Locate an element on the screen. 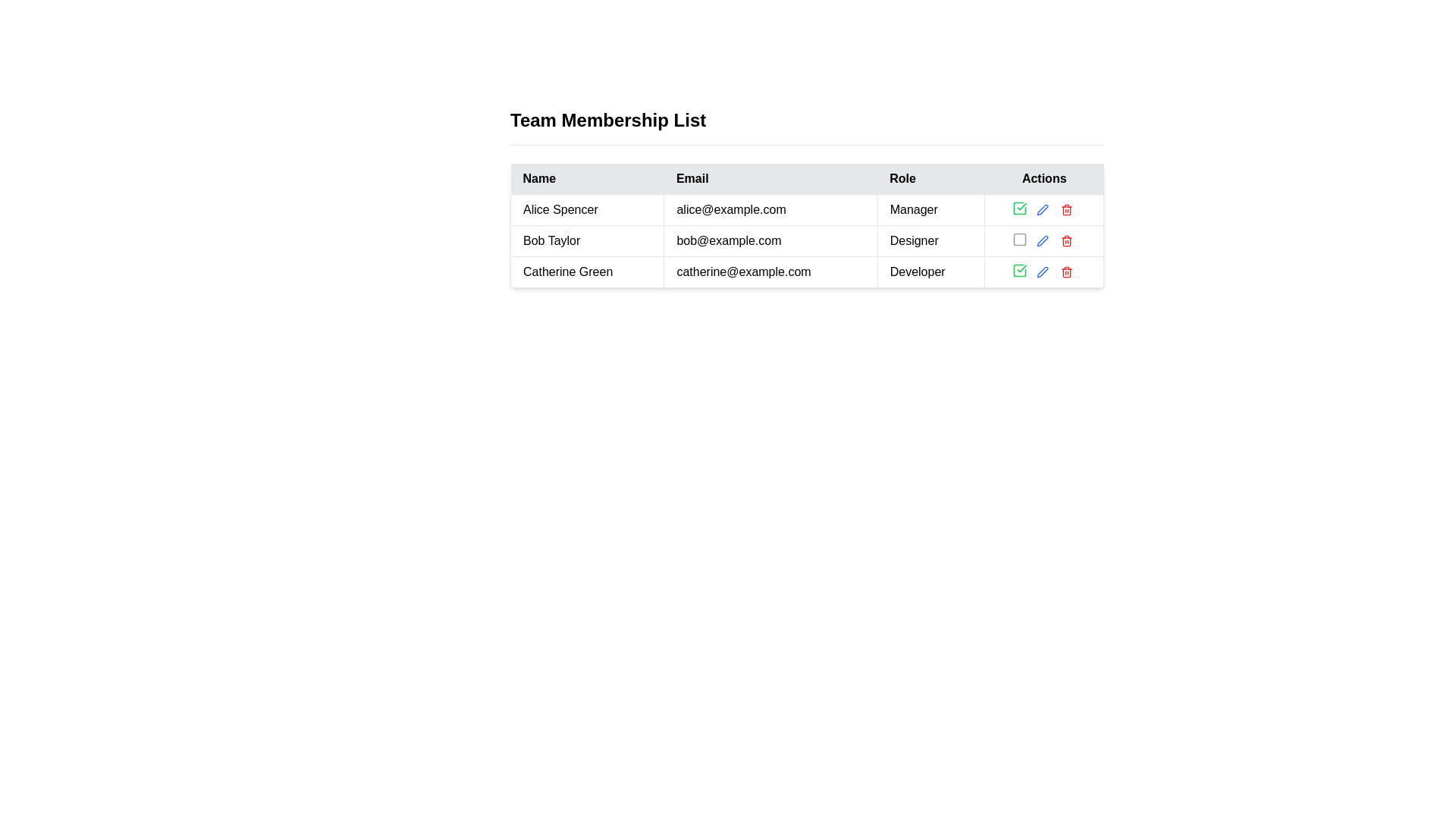 The height and width of the screenshot is (819, 1456). the Text Display element showing the email address 'bob@example.com', which is located in the second column of the second row in the 'Team Membership List' table is located at coordinates (770, 240).